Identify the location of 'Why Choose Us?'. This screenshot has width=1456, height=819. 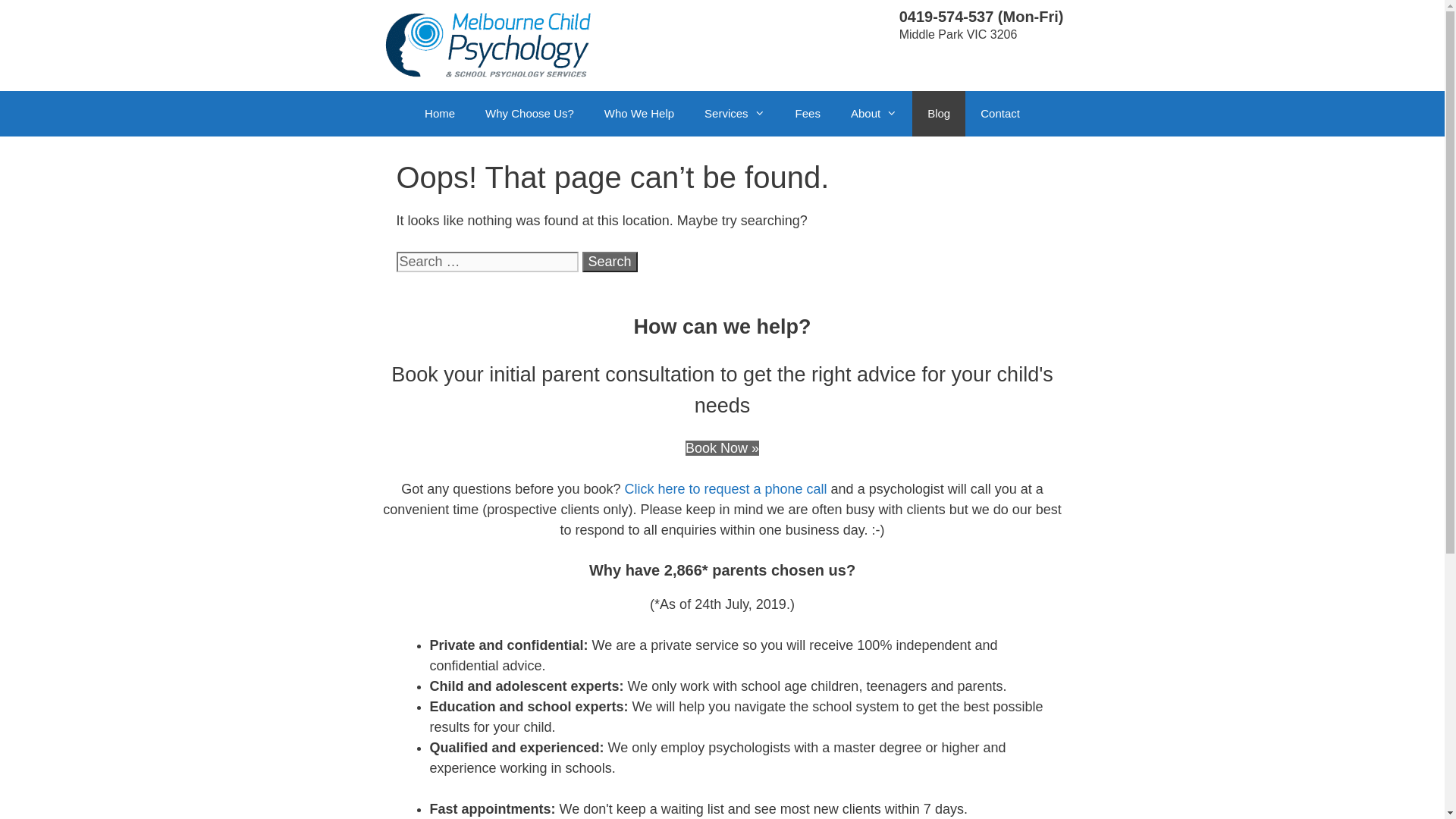
(529, 113).